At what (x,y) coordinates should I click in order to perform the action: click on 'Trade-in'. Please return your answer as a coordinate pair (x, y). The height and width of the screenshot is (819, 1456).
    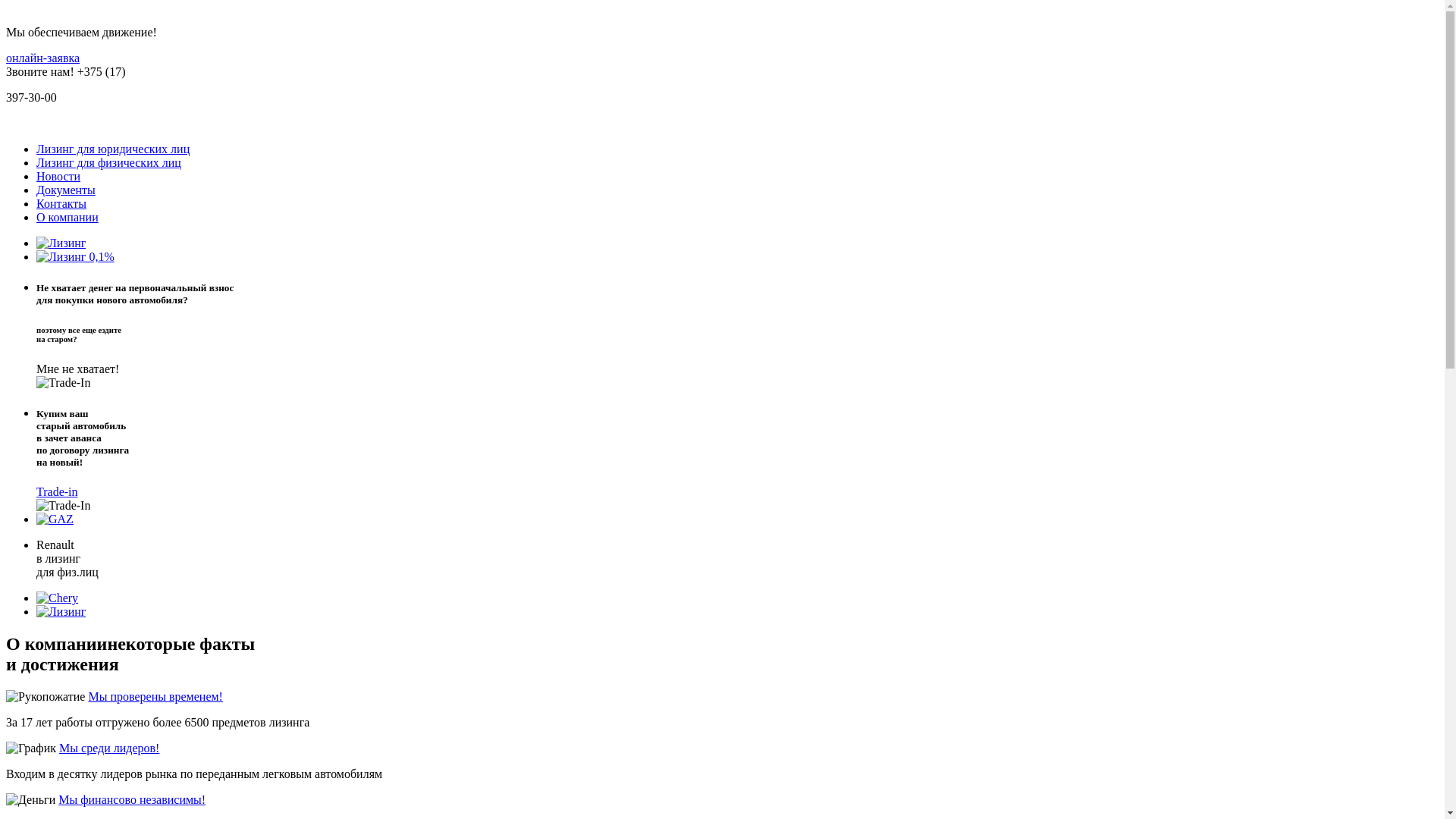
    Looking at the image, I should click on (57, 491).